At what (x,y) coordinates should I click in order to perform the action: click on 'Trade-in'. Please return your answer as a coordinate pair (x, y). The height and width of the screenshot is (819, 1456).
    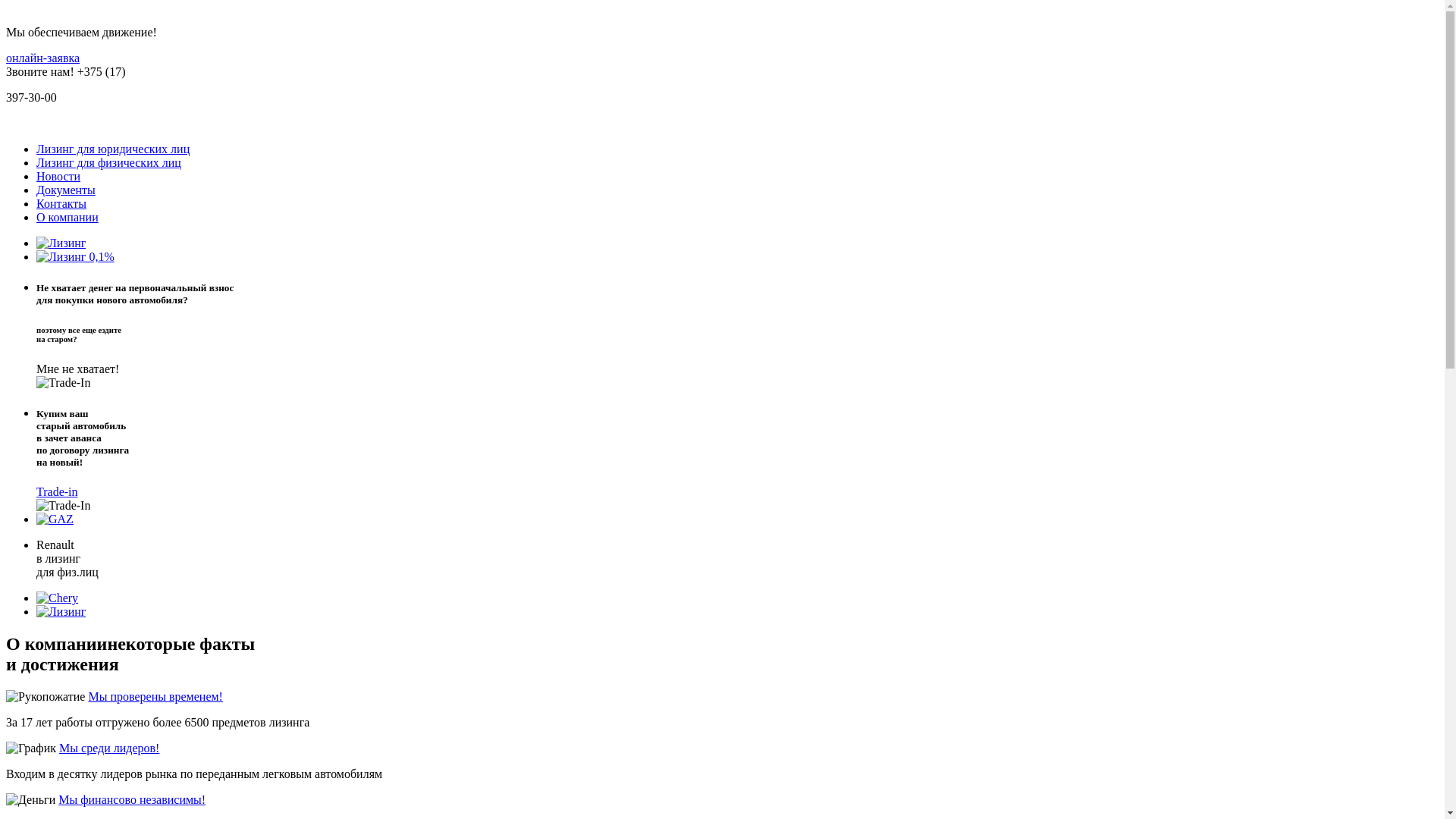
    Looking at the image, I should click on (57, 491).